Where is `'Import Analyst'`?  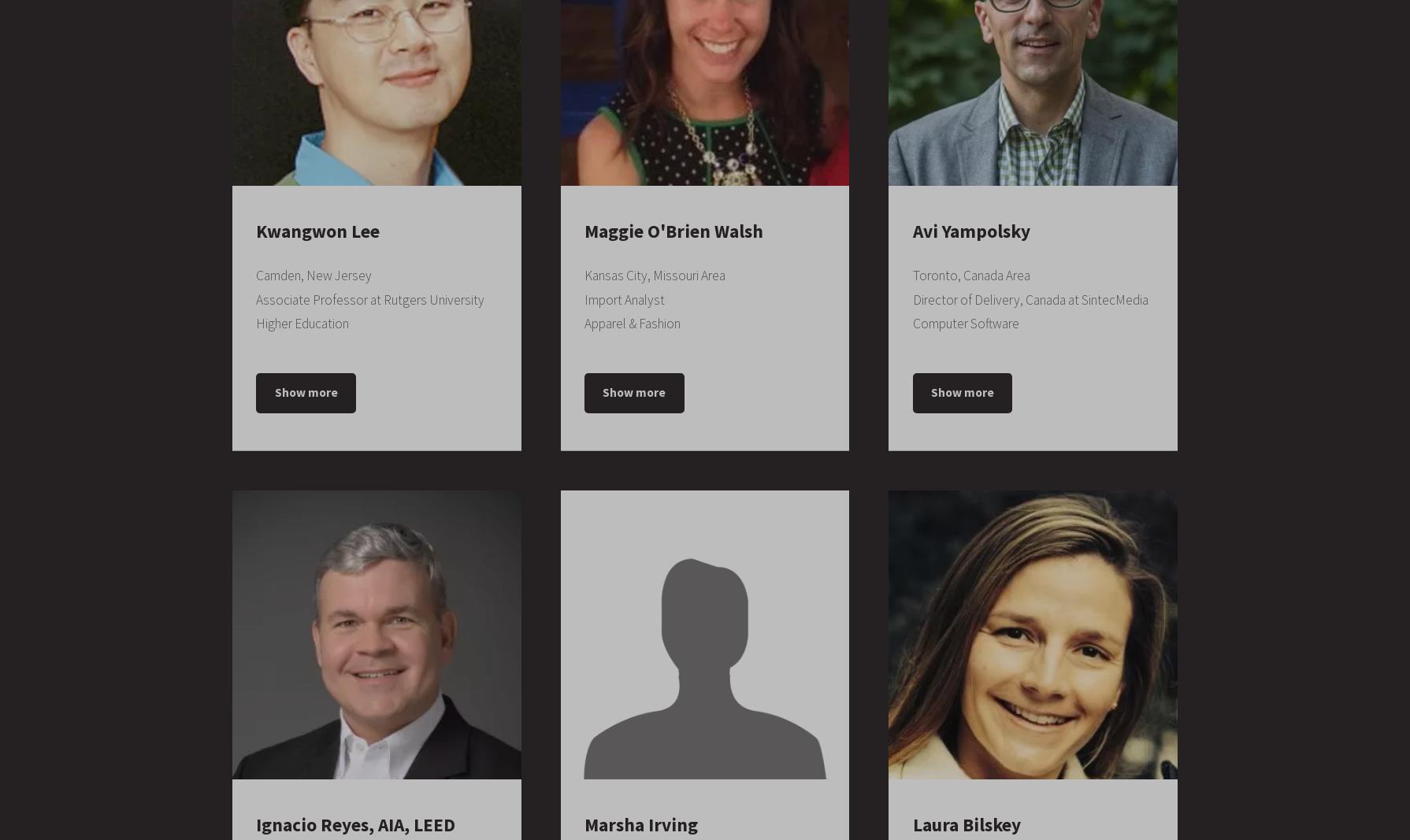
'Import Analyst' is located at coordinates (623, 298).